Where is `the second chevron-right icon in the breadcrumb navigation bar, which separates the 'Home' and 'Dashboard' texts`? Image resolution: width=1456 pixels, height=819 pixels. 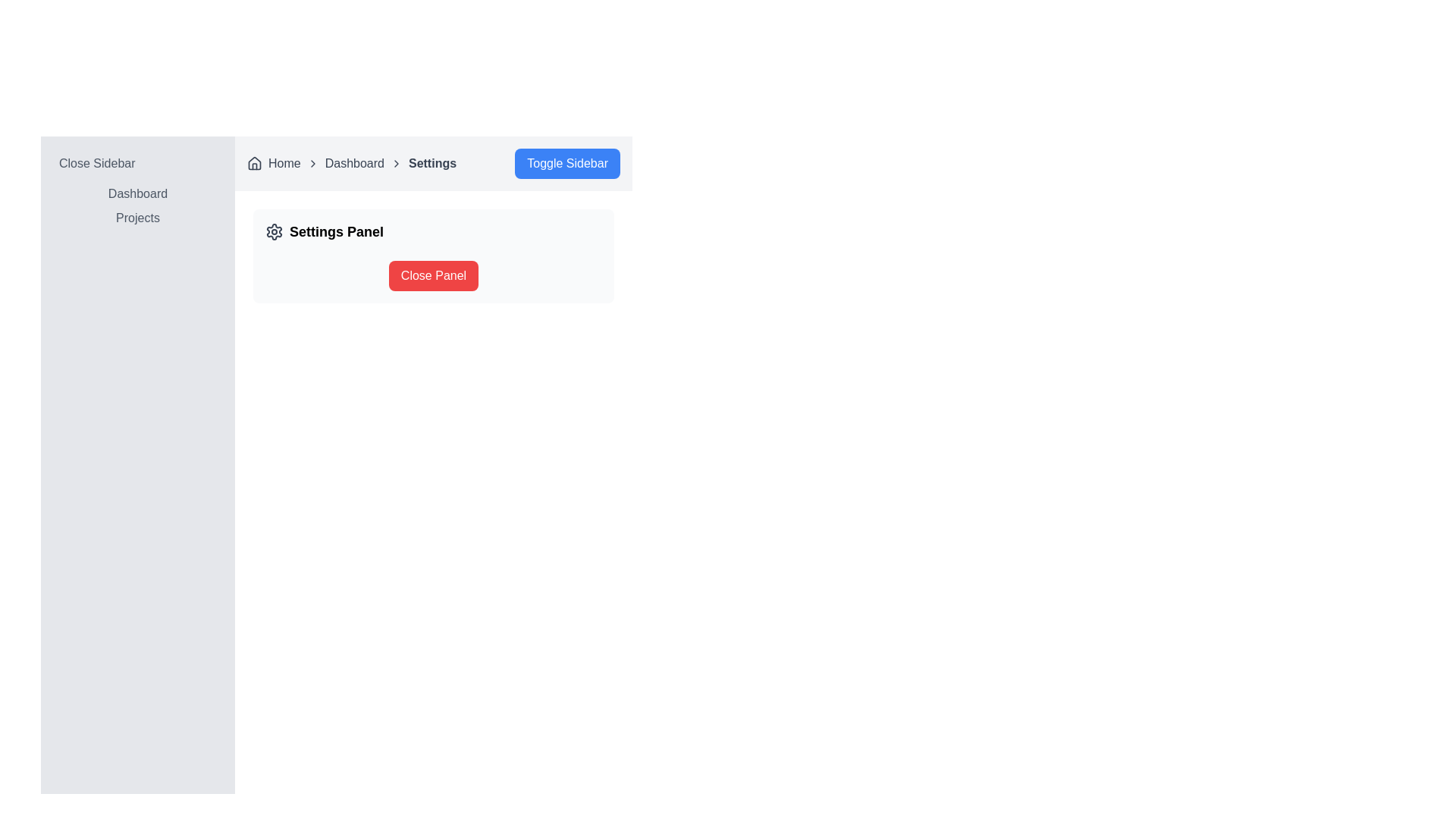 the second chevron-right icon in the breadcrumb navigation bar, which separates the 'Home' and 'Dashboard' texts is located at coordinates (312, 164).